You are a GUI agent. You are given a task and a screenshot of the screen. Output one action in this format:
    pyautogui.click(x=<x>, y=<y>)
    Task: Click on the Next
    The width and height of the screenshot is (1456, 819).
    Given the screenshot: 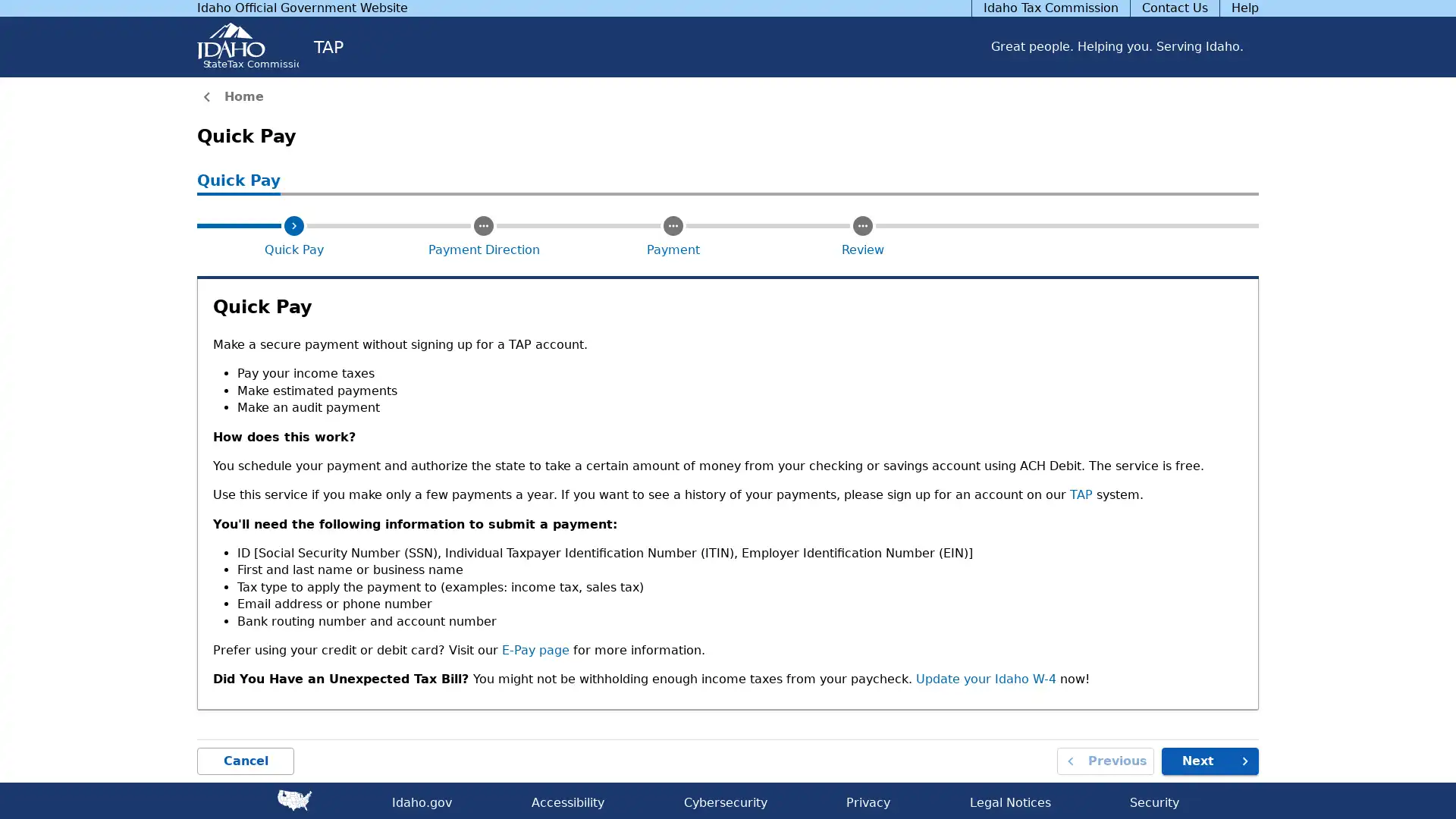 What is the action you would take?
    pyautogui.click(x=1210, y=761)
    